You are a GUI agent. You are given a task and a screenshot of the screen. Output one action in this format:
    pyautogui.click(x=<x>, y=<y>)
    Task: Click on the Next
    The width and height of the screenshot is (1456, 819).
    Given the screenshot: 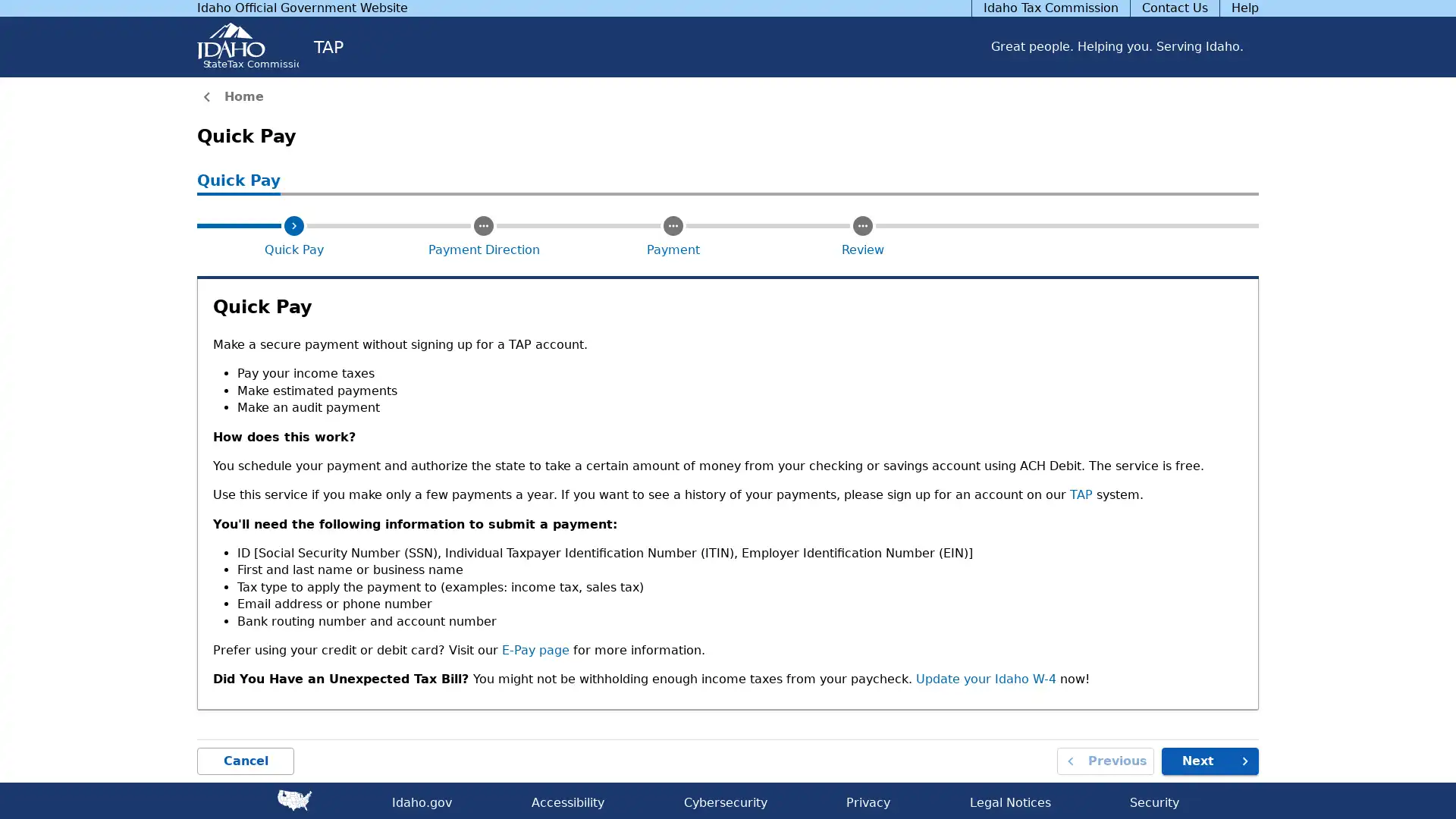 What is the action you would take?
    pyautogui.click(x=1210, y=761)
    